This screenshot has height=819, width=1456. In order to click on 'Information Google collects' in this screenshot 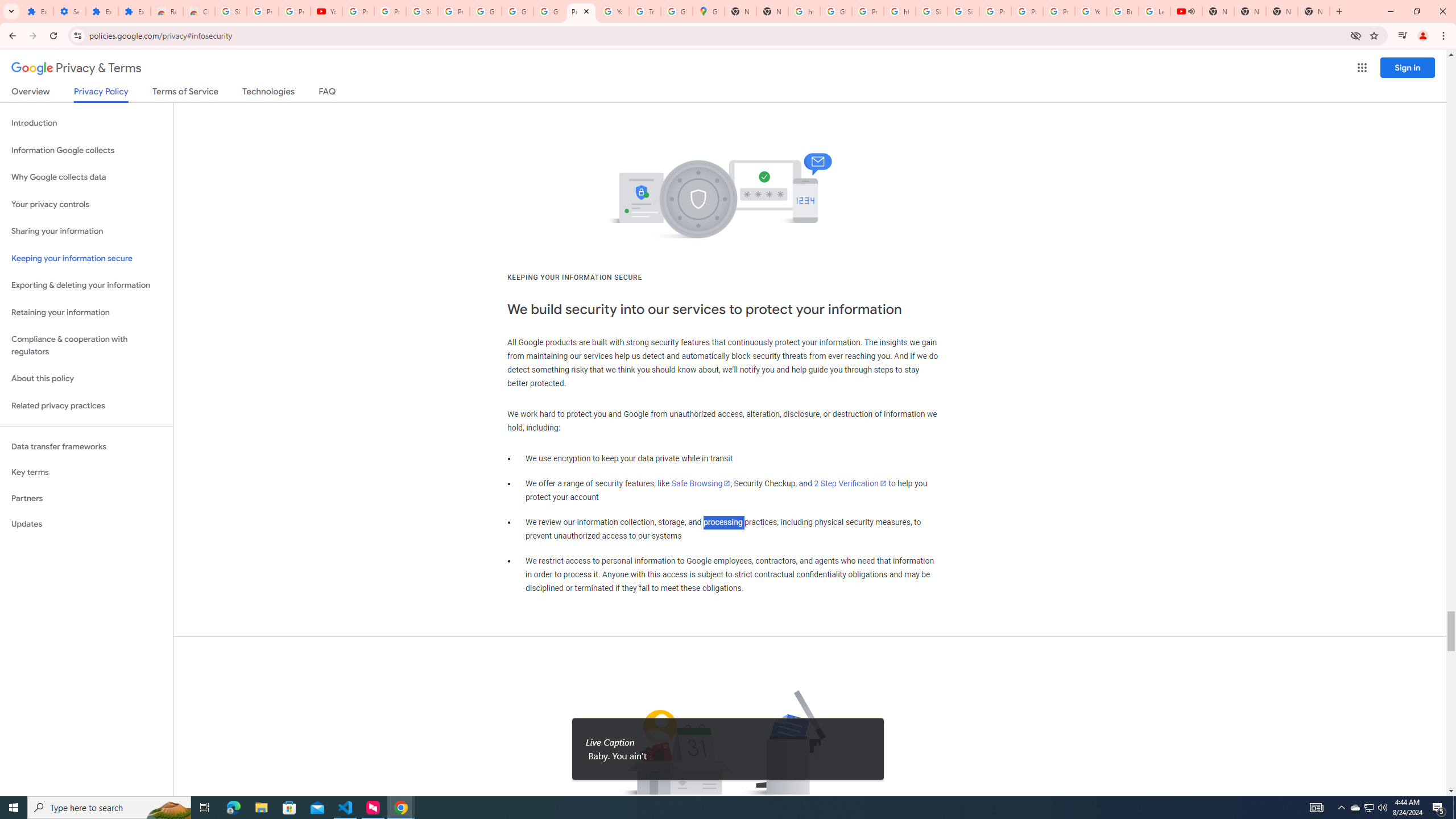, I will do `click(86, 150)`.